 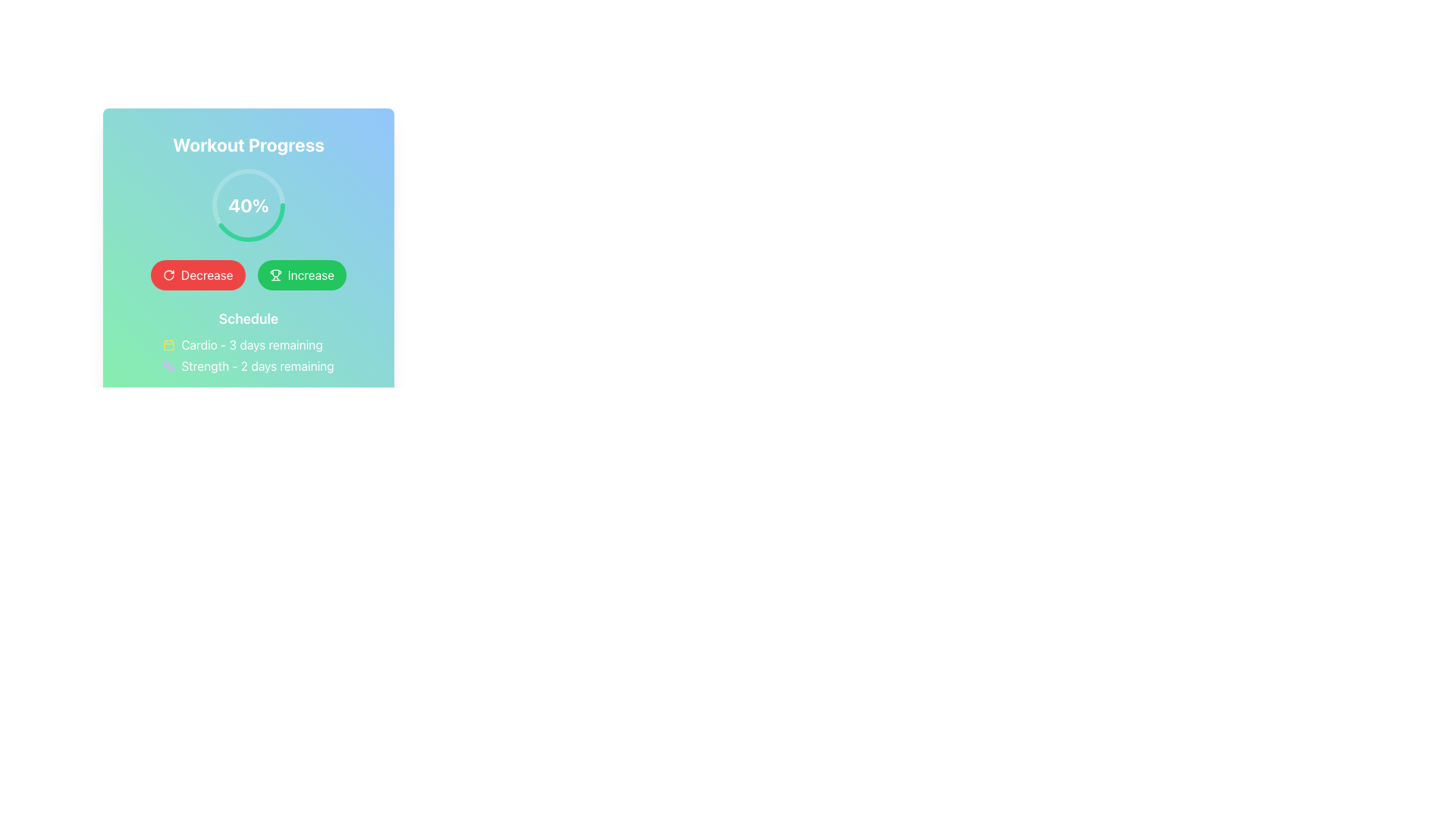 What do you see at coordinates (248, 205) in the screenshot?
I see `the circular progress indicator with a thin white outline on a light blue to green gradient background, located centrally in the upper part of the layout, adjacent to the 'Workout Progress' text` at bounding box center [248, 205].